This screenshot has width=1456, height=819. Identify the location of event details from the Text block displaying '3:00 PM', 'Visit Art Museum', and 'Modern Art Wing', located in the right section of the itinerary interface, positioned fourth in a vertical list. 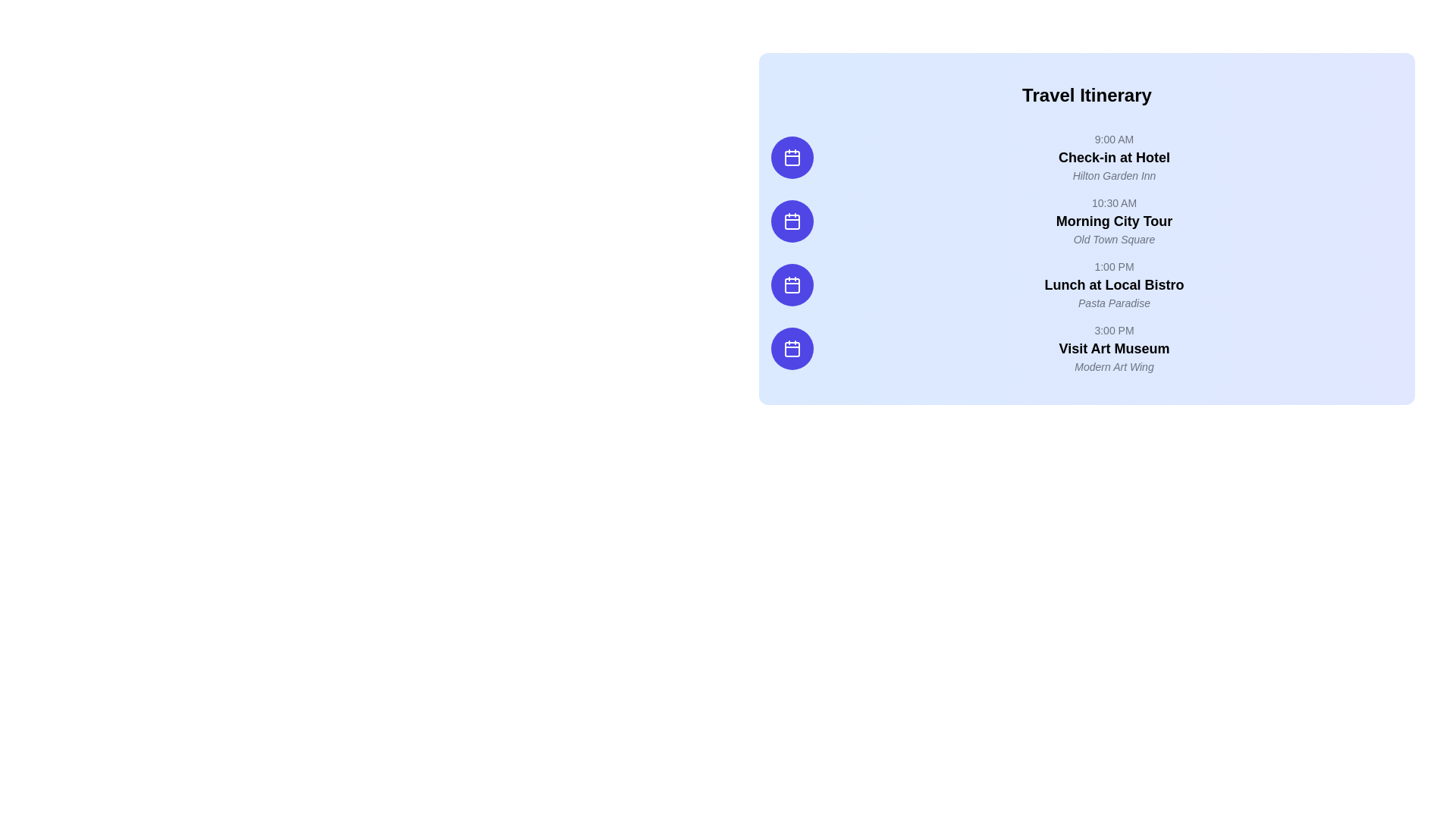
(1114, 348).